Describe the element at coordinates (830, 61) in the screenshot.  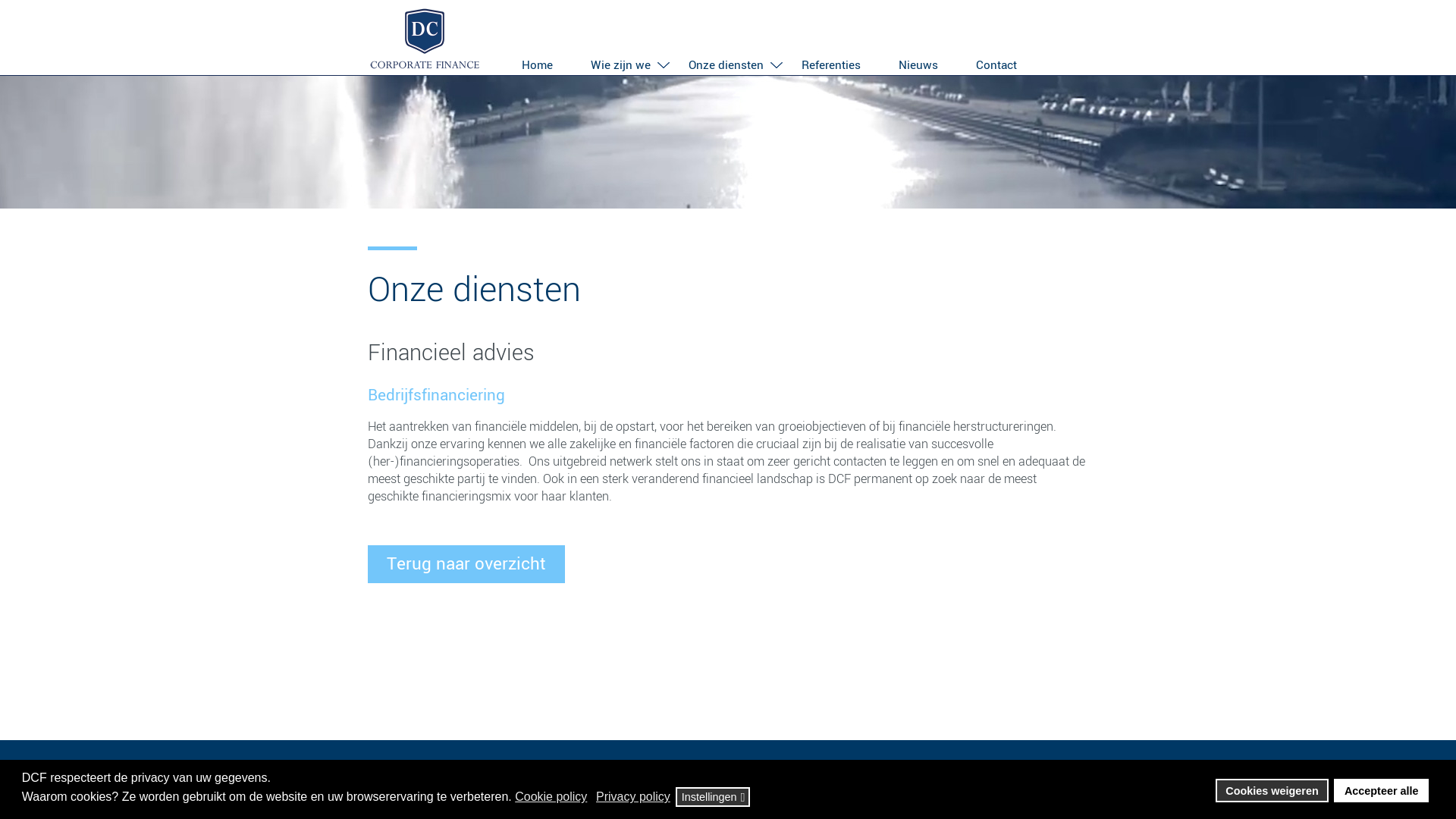
I see `'Referenties'` at that location.